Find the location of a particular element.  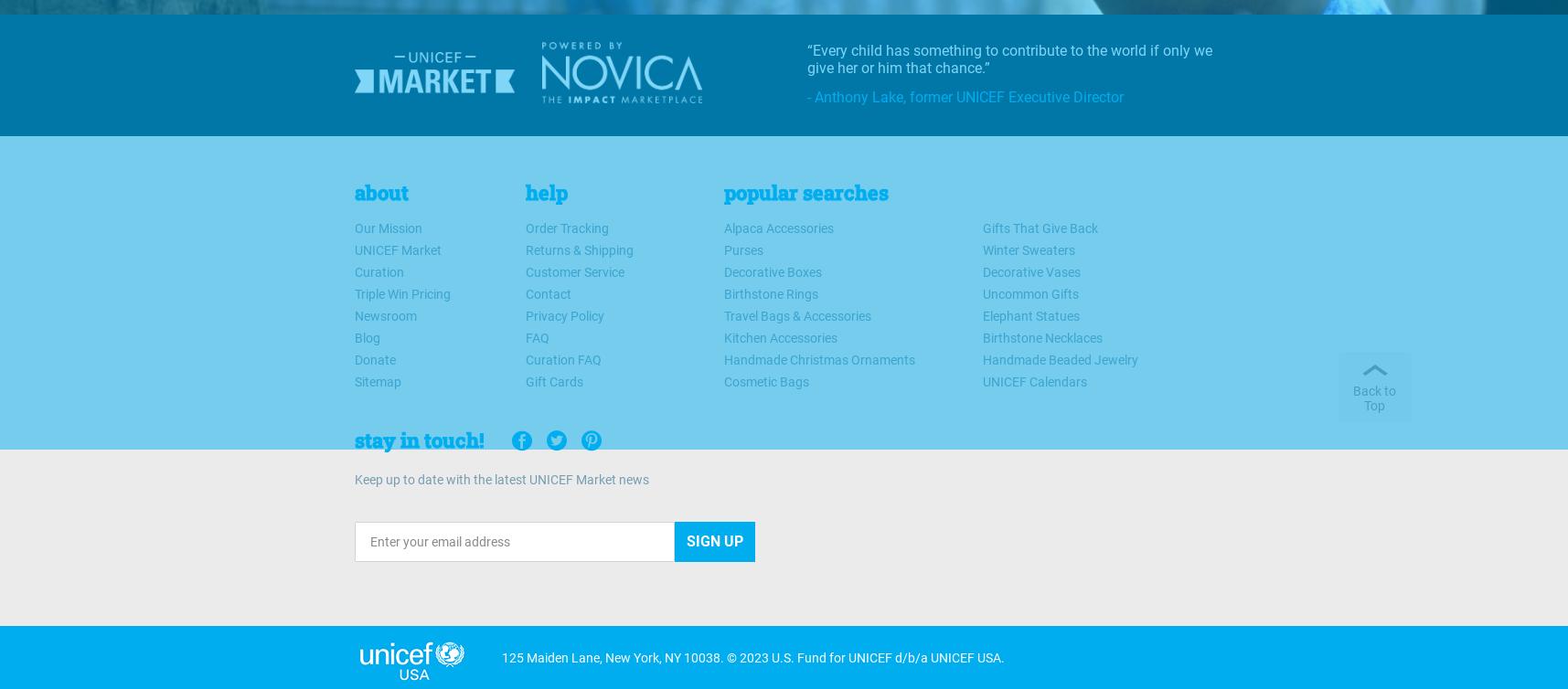

'Keep up to date with the latest UNICEF Market news' is located at coordinates (499, 479).